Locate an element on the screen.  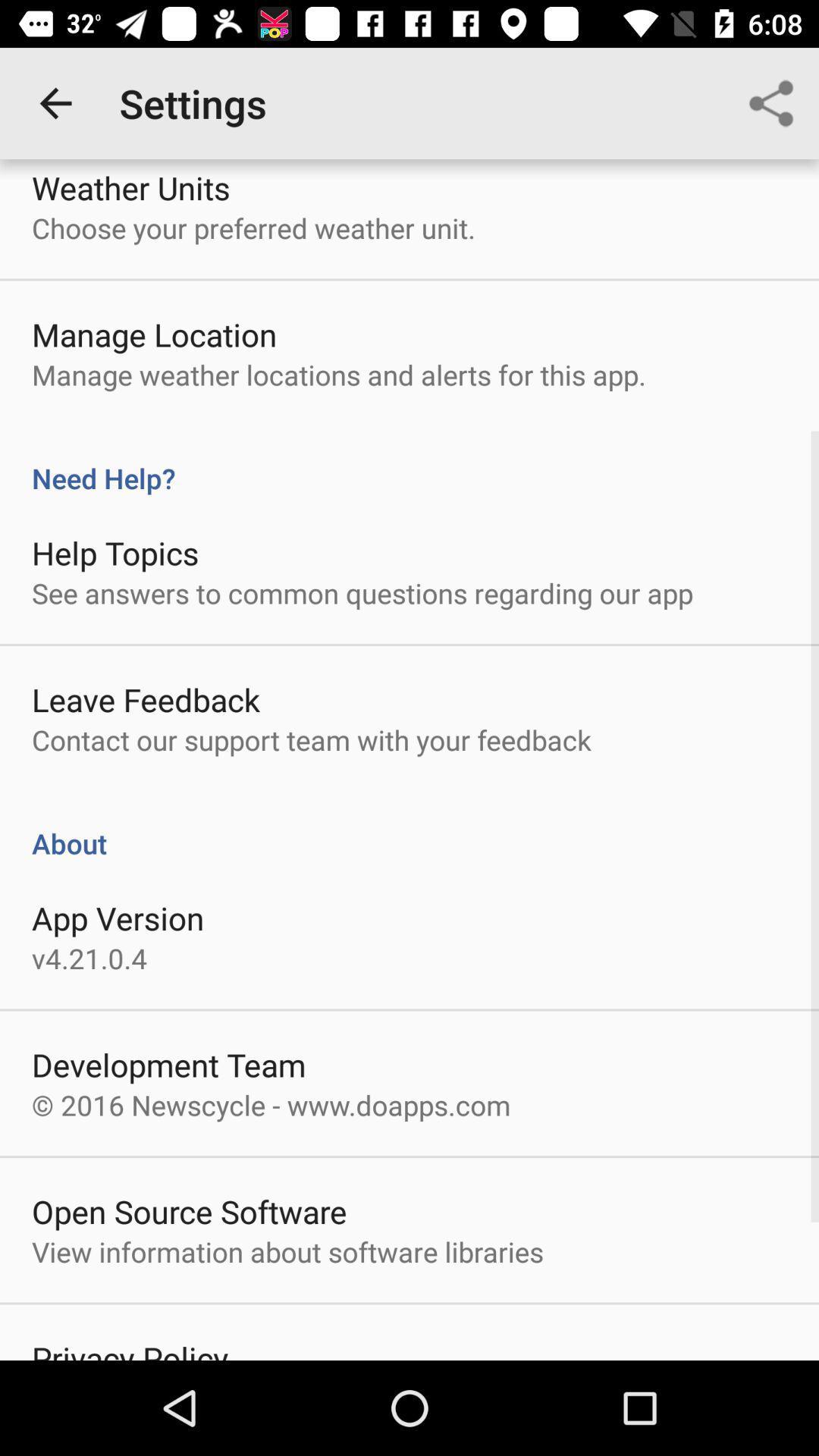
item above the v4 21 0 is located at coordinates (117, 917).